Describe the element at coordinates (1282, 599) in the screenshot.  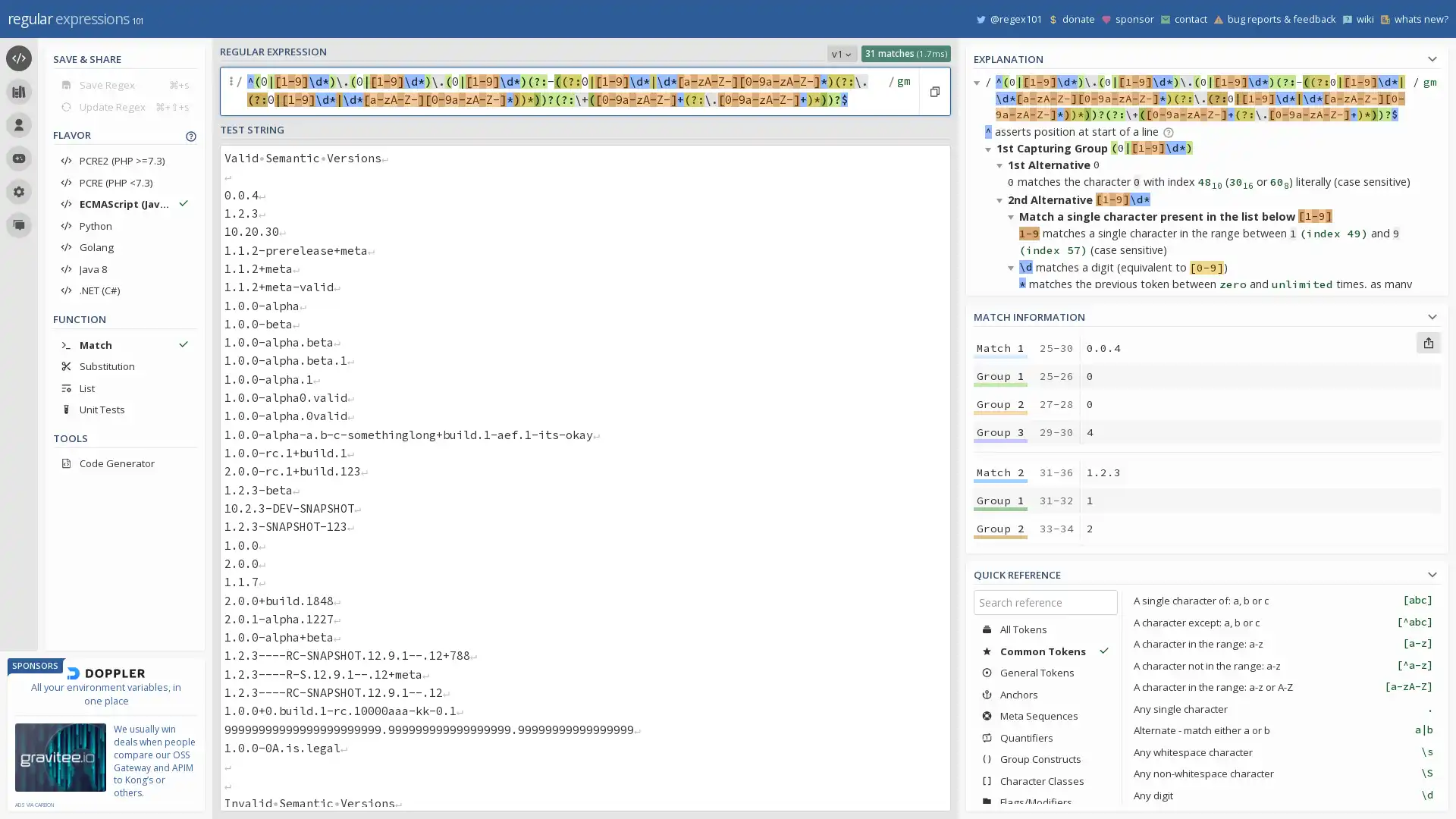
I see `A single character of: a, b or c [abc]` at that location.